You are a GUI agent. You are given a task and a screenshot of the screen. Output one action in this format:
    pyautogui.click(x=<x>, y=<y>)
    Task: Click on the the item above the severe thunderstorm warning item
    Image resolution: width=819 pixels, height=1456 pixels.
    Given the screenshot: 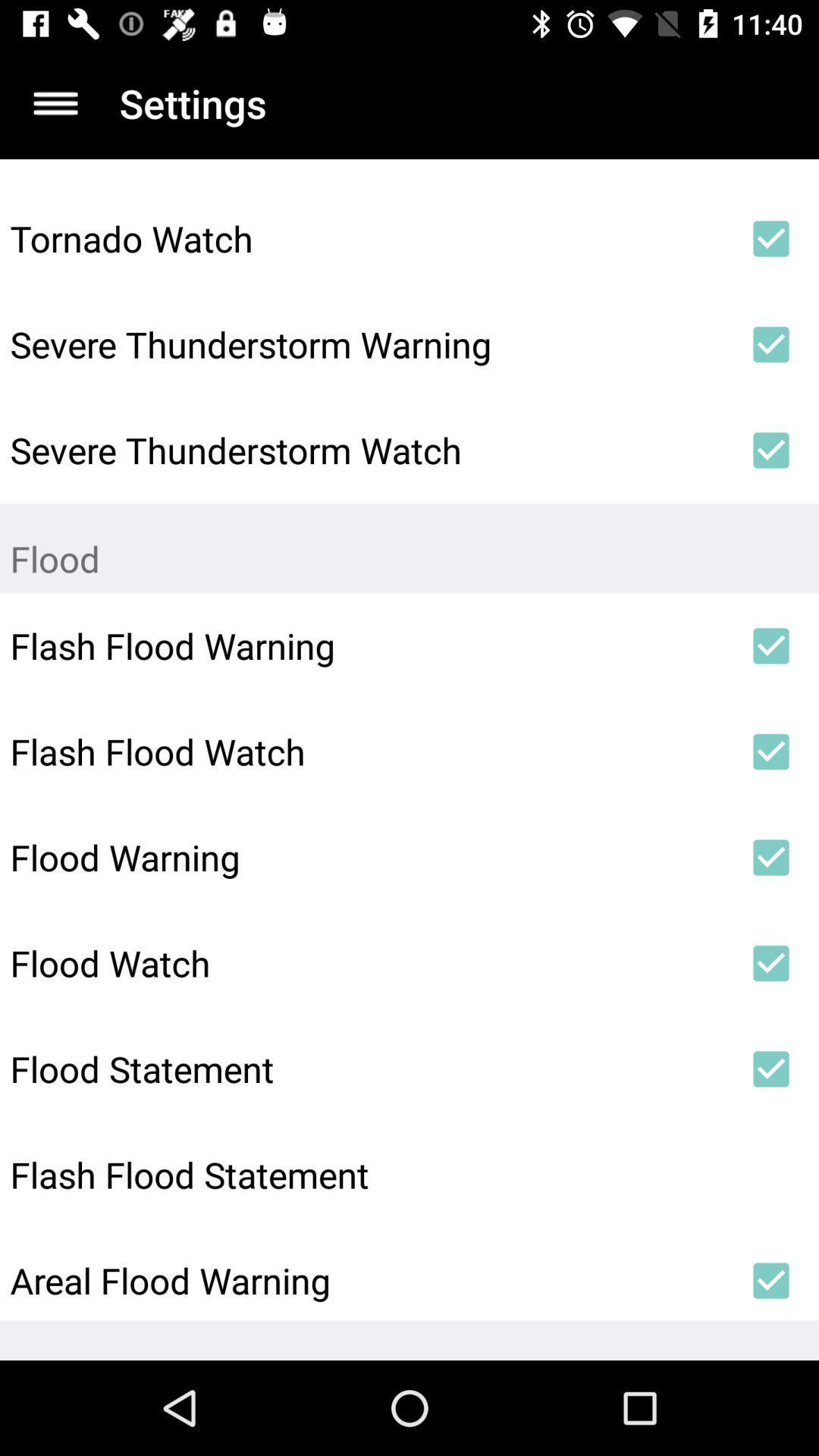 What is the action you would take?
    pyautogui.click(x=366, y=237)
    